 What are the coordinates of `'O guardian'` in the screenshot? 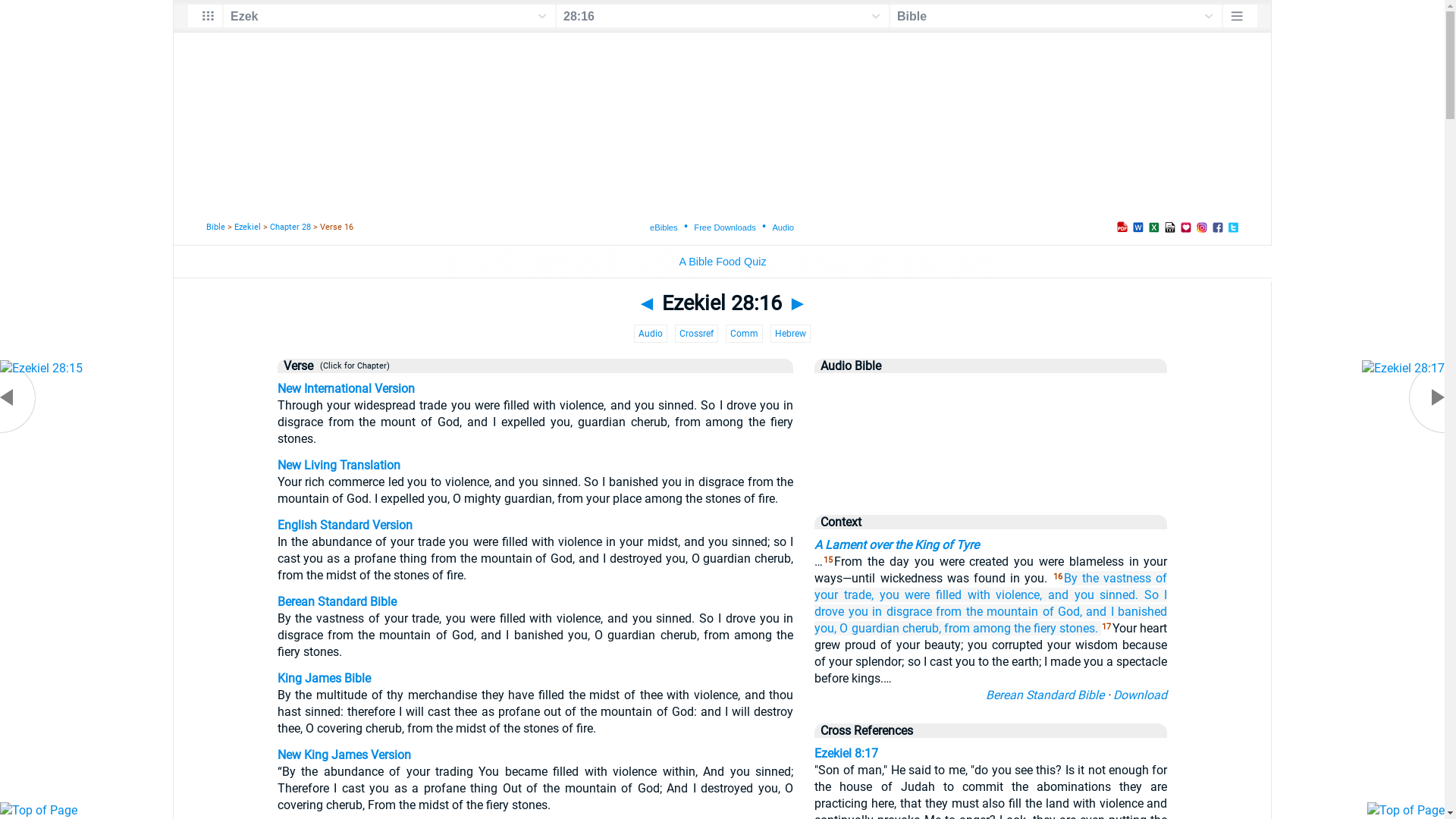 It's located at (869, 628).